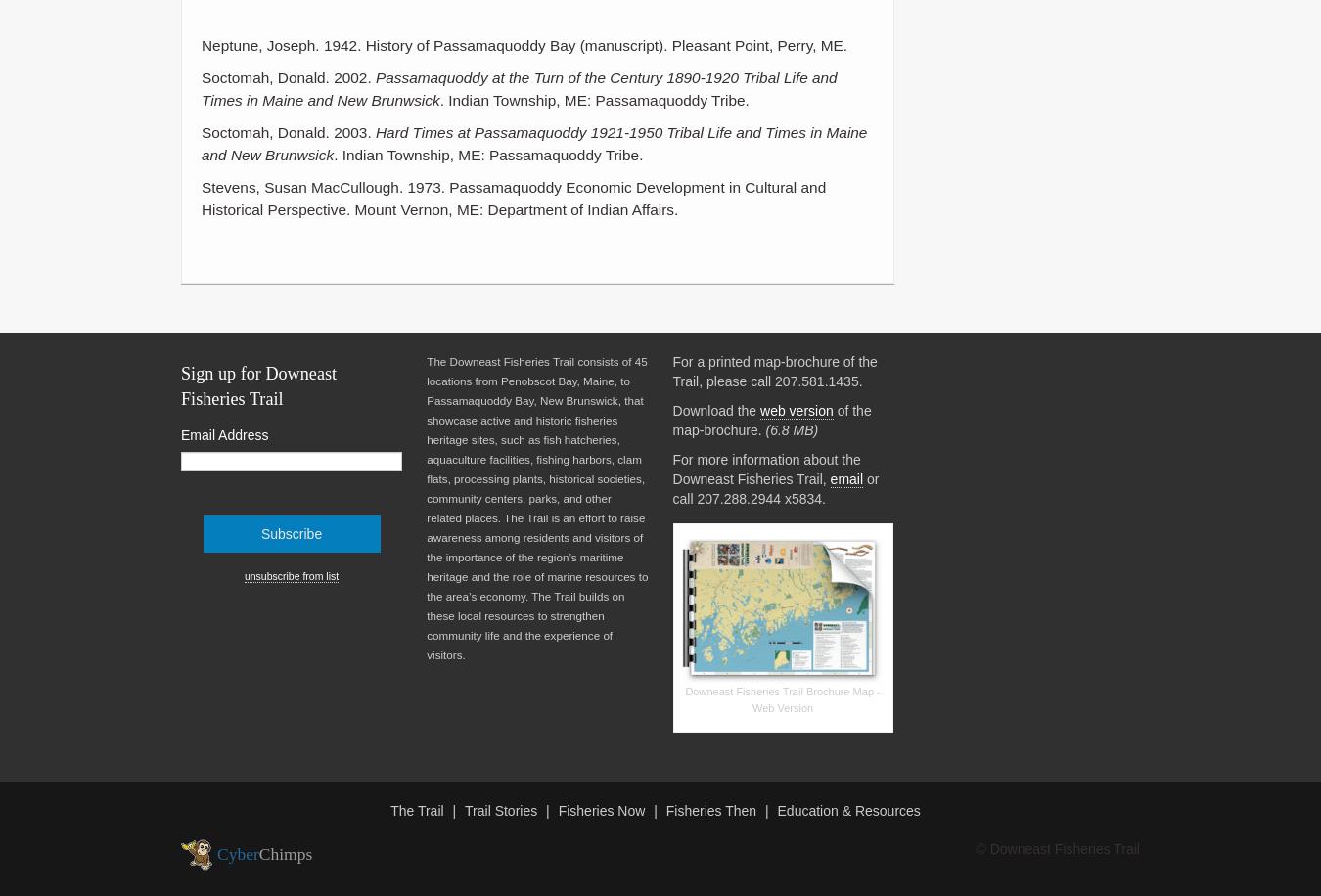  I want to click on 'web version', so click(759, 409).